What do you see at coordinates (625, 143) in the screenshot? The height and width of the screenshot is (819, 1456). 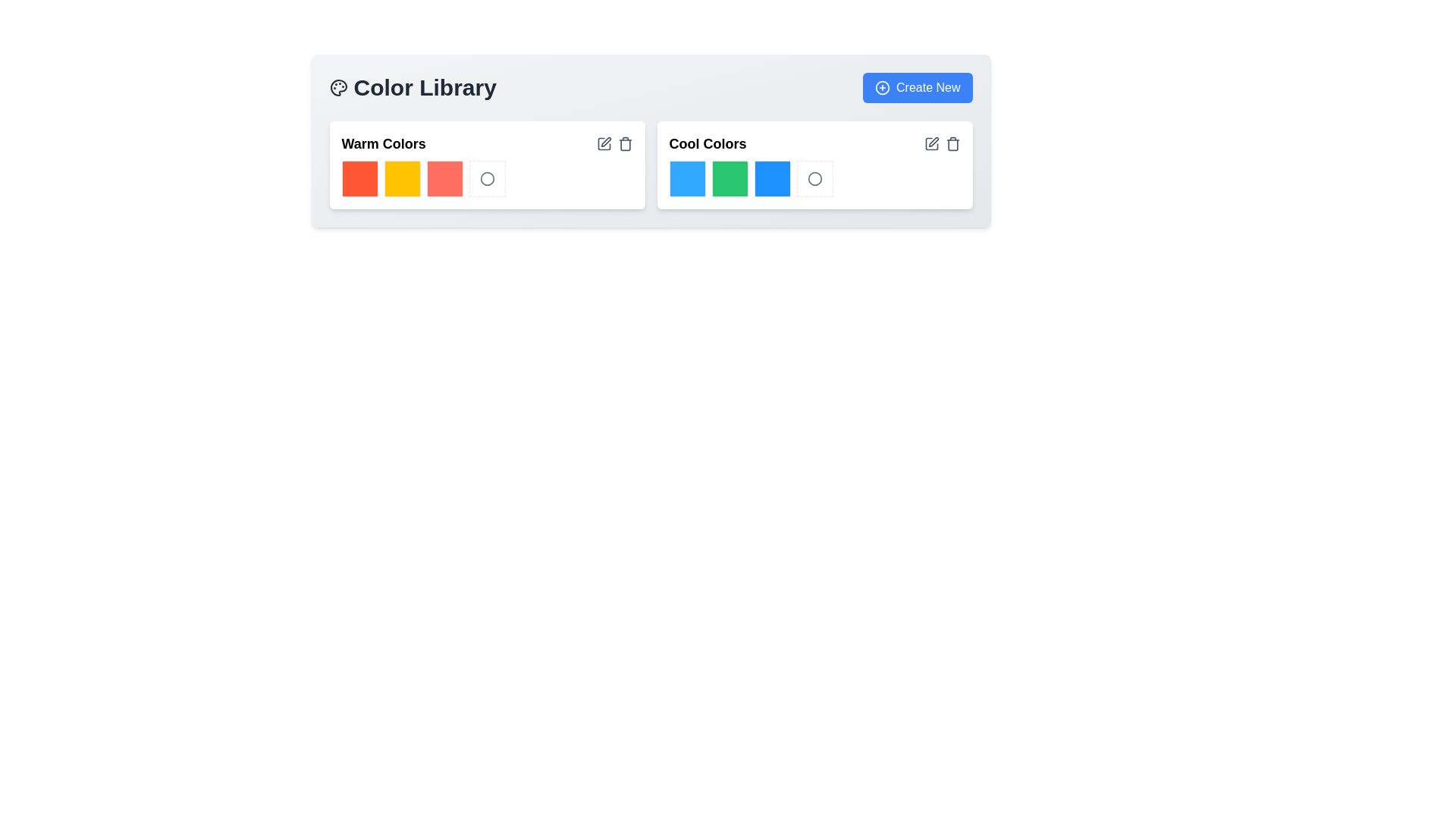 I see `the delete button icon located in the top-right corner of the 'Warm Colors' section` at bounding box center [625, 143].